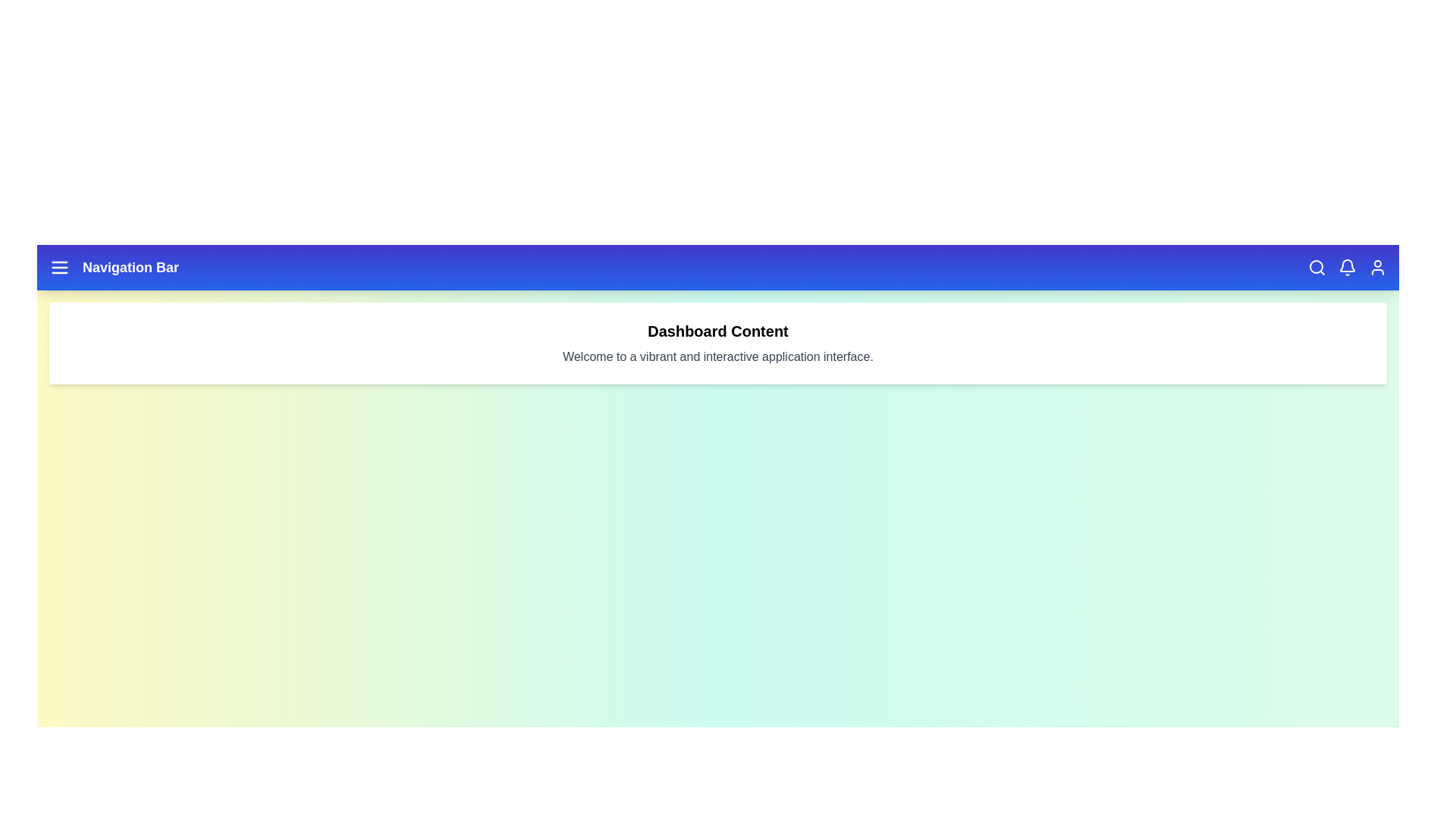 This screenshot has height=819, width=1456. I want to click on menu icon to open the navigation menu, so click(59, 267).